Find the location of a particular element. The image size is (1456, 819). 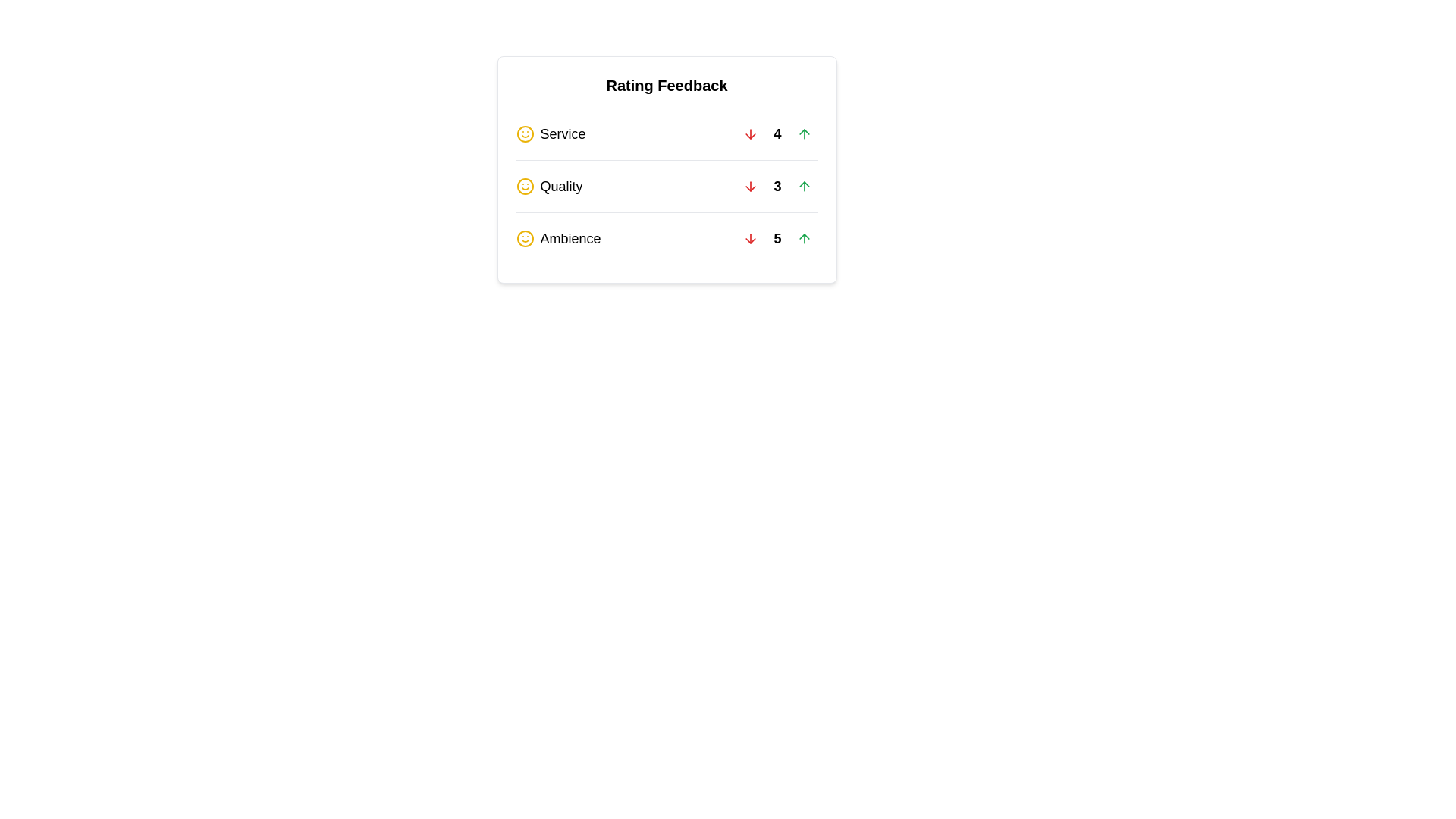

the static text element displaying the current rating score for 'Ambience', which is positioned centrally in the third row of the rating interface between the red down arrow and the green up arrow is located at coordinates (777, 239).